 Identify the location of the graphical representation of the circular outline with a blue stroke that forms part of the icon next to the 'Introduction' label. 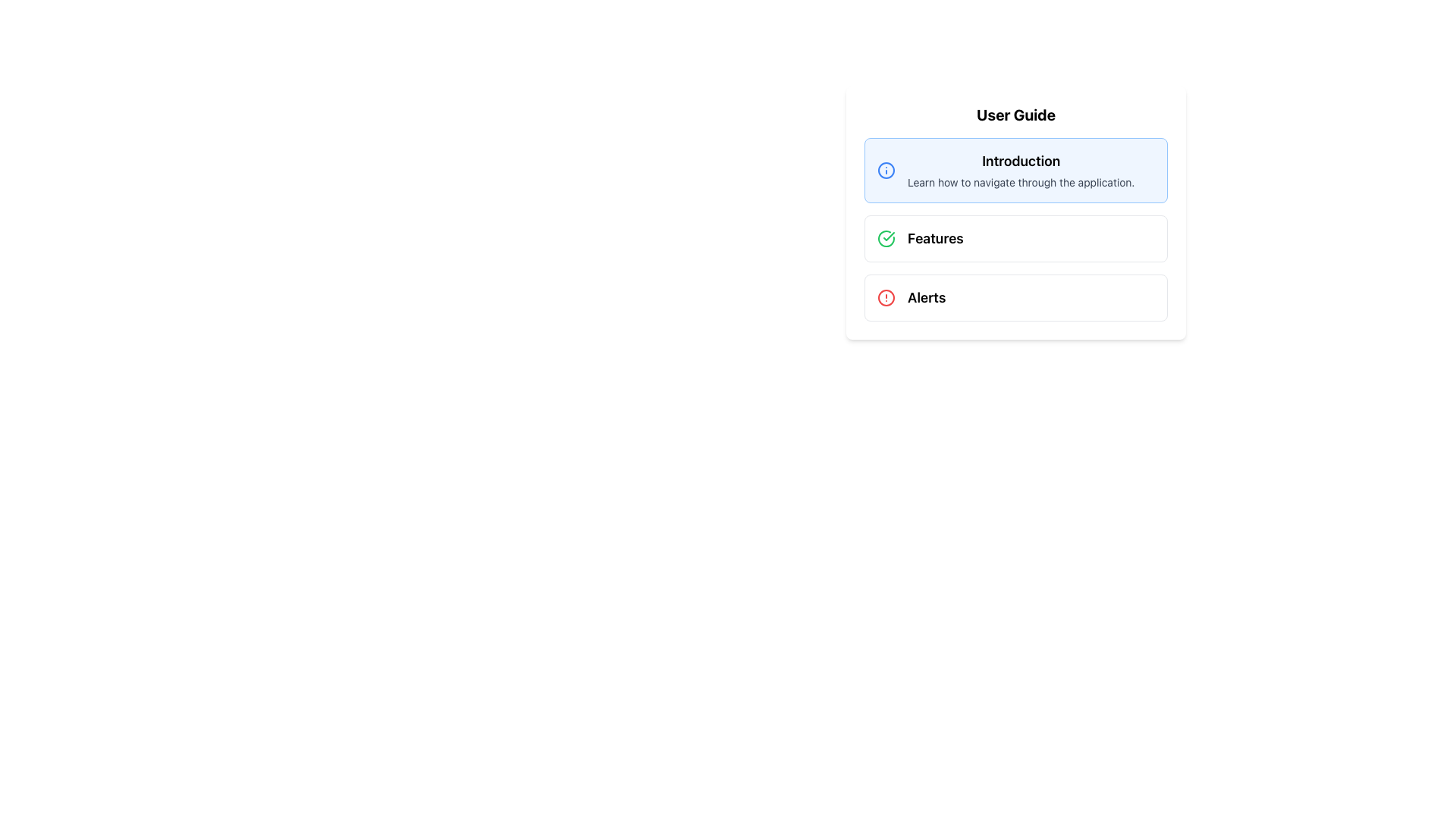
(886, 170).